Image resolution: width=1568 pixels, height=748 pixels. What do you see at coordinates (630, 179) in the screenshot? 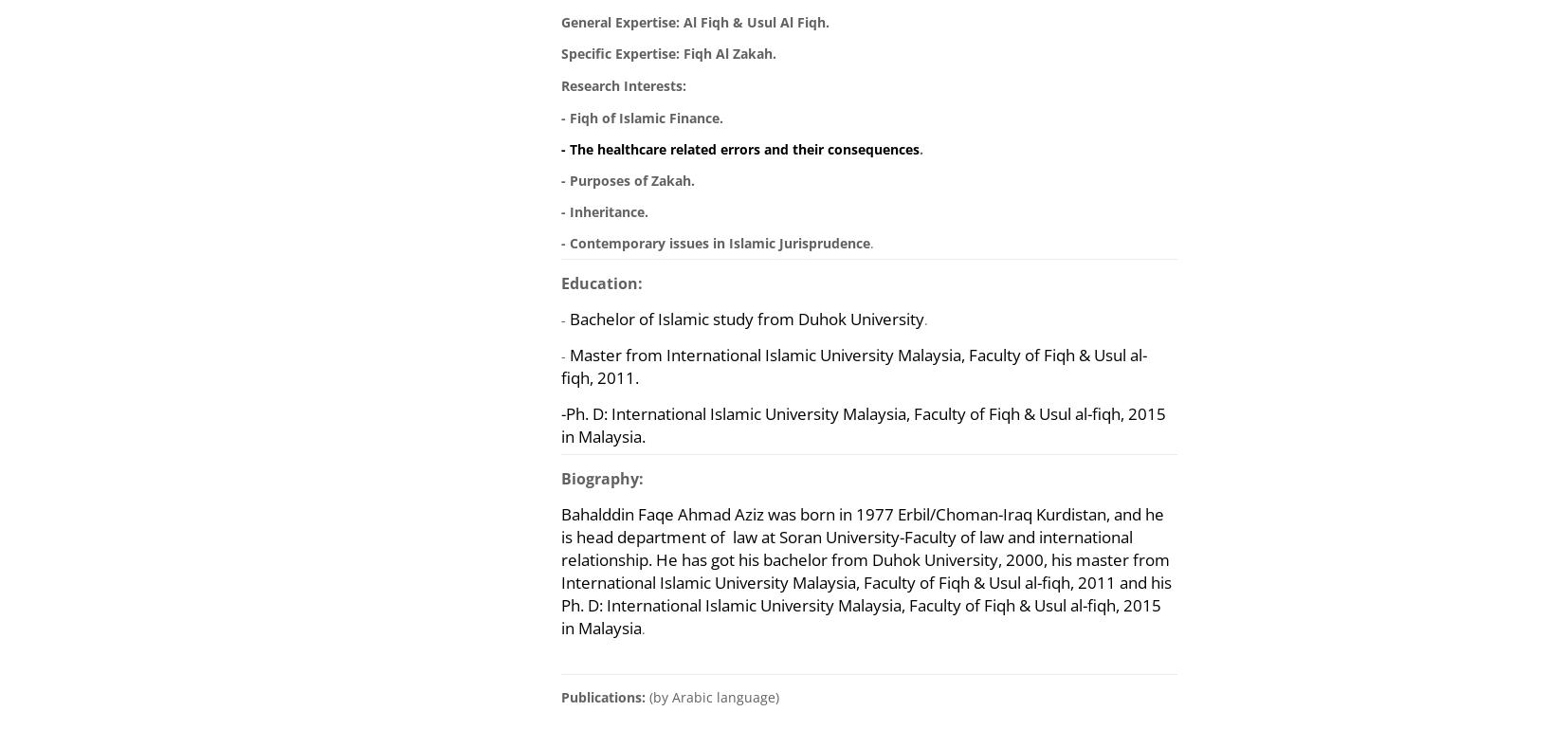
I see `'Purposes of Zakah'` at bounding box center [630, 179].